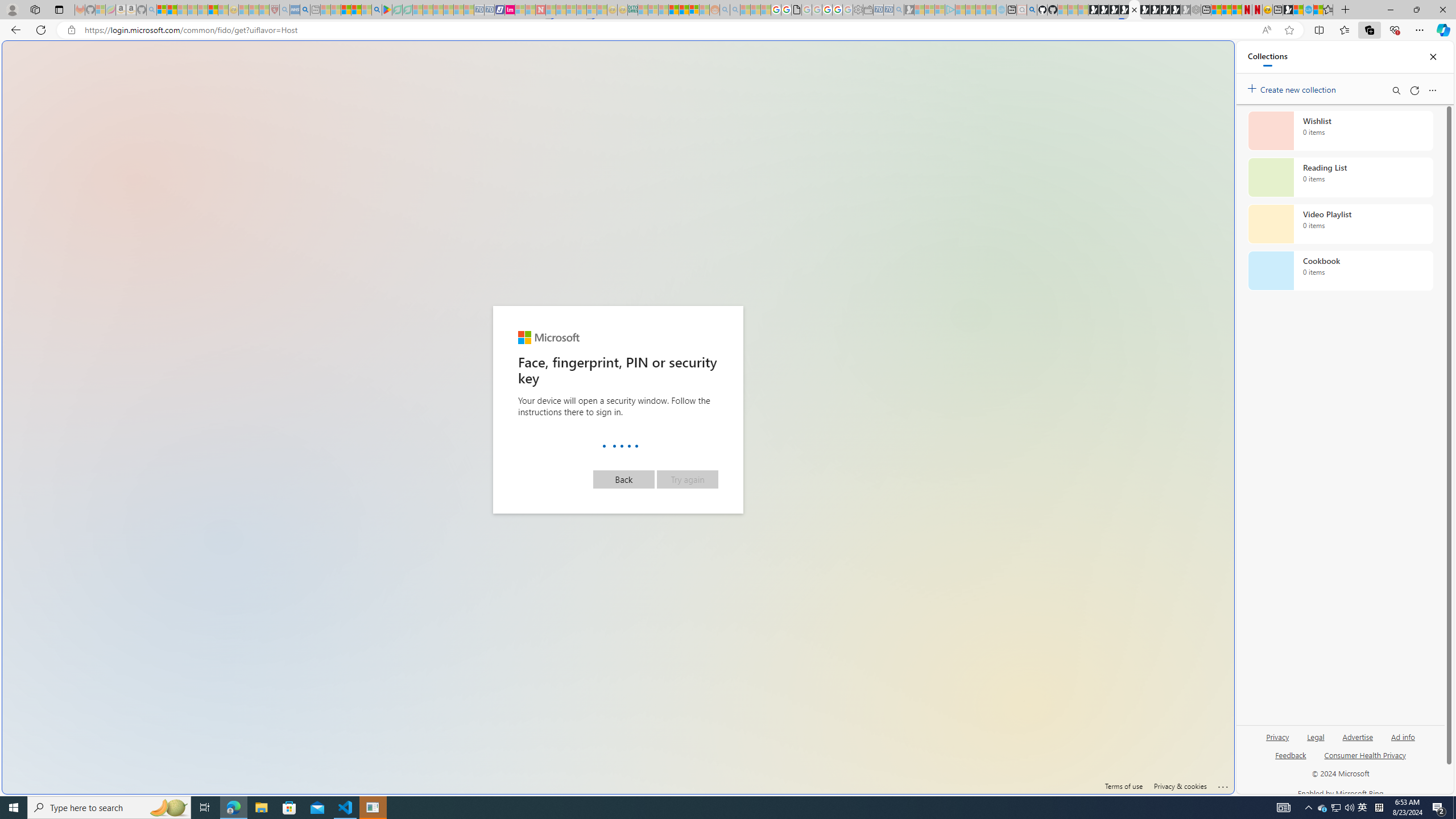  Describe the element at coordinates (561, 9) in the screenshot. I see `'14 Common Myths Debunked By Scientific Facts - Sleeping'` at that location.